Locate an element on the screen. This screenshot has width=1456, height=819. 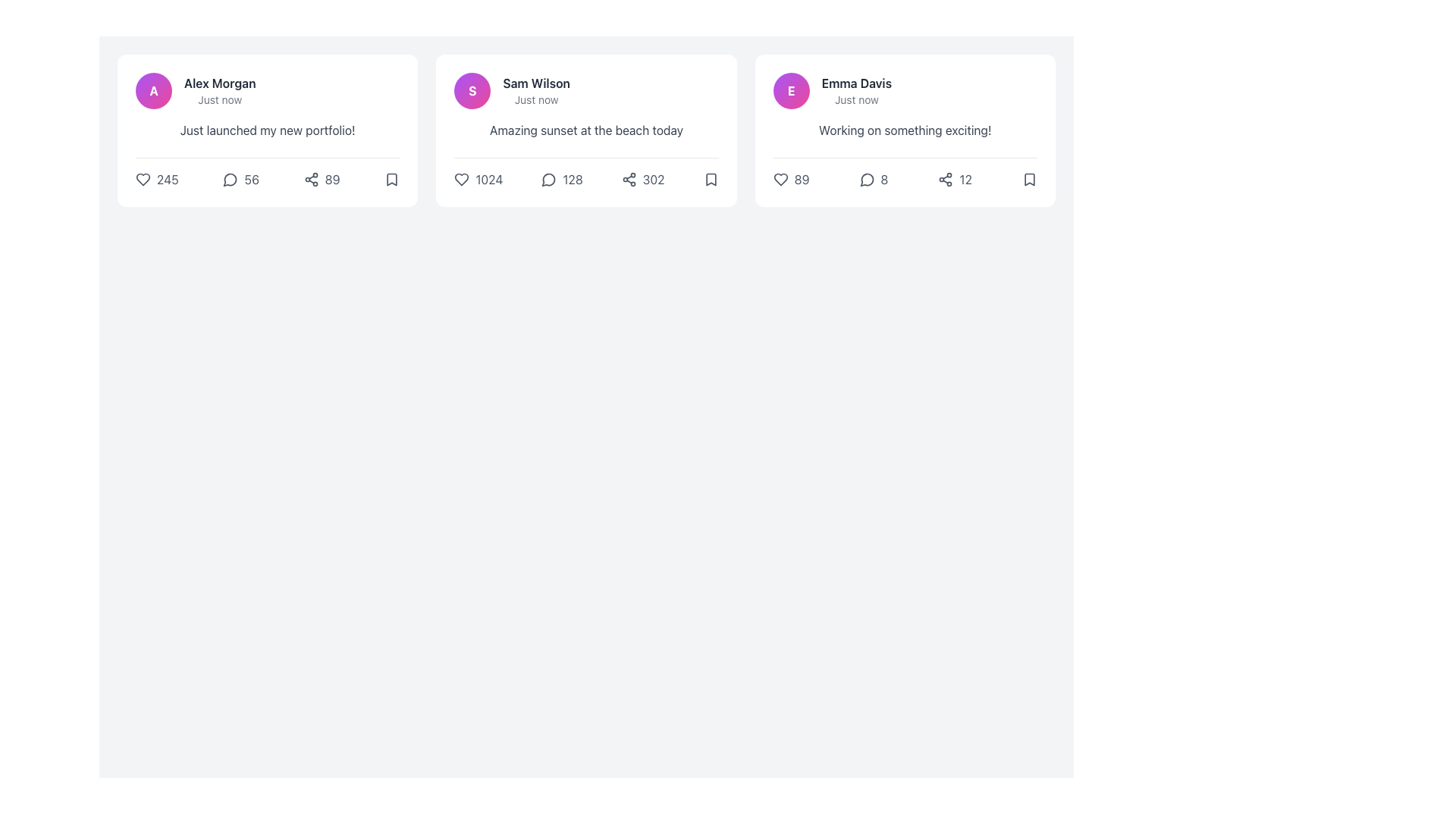
share count displayed on the text label located to the right of the share icon in the second card layout for the post by Sam Wilson is located at coordinates (654, 178).